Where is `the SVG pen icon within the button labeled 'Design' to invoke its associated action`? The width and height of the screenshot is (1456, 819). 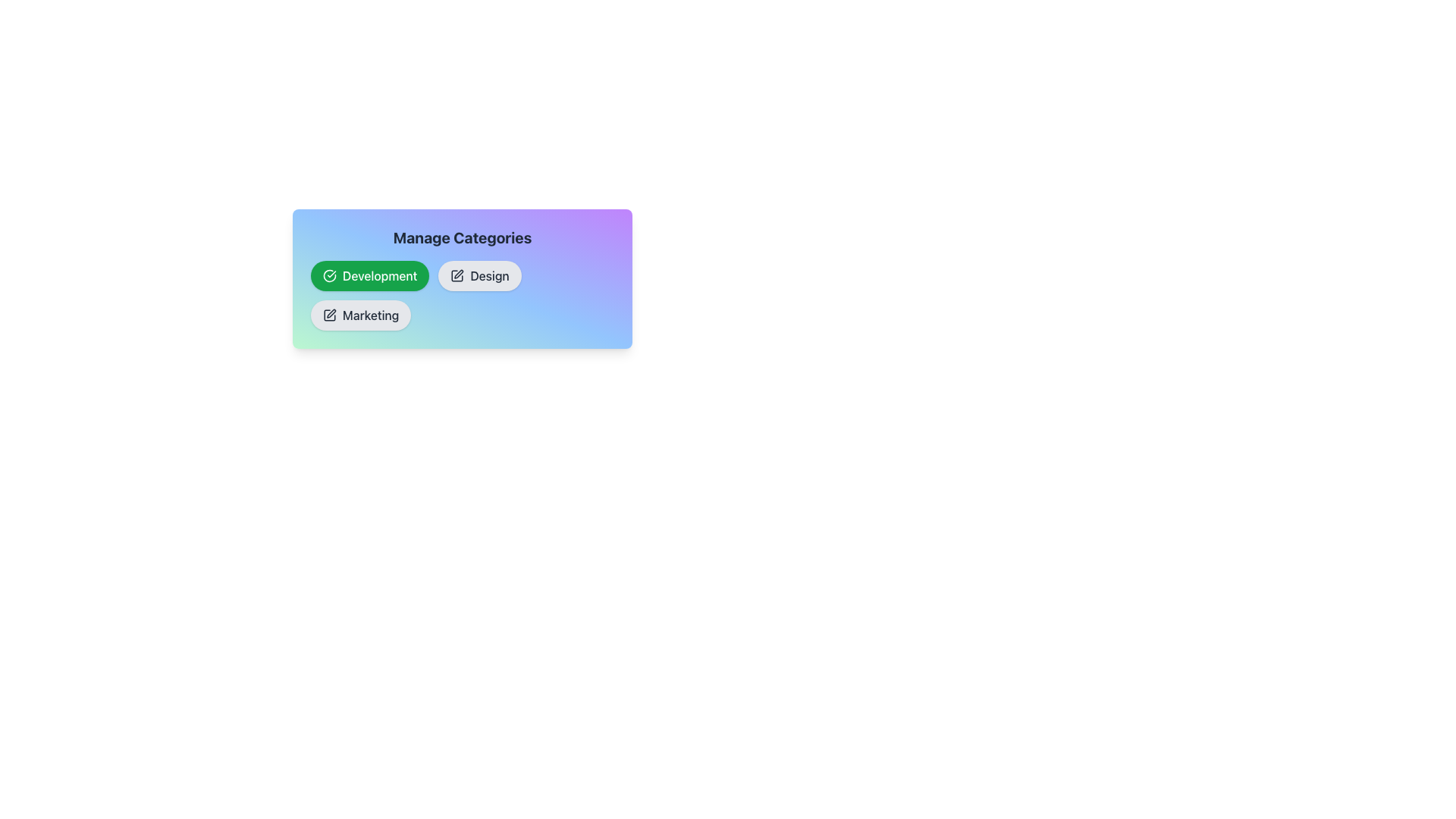 the SVG pen icon within the button labeled 'Design' to invoke its associated action is located at coordinates (457, 275).